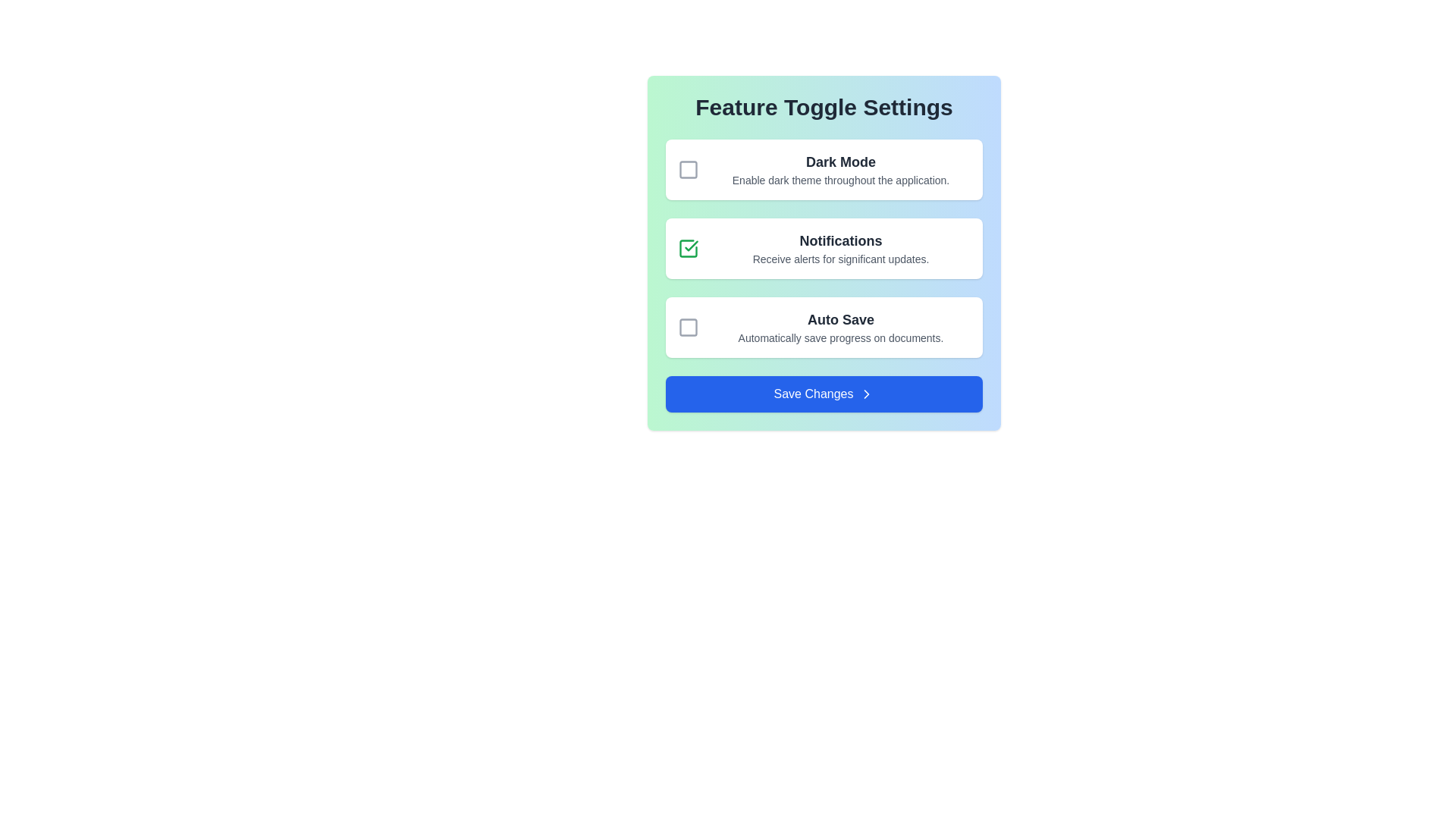 The image size is (1456, 819). I want to click on the checkboxes for the toggle options in the 'Feature Toggle Settings' panel, which includes 'Dark Mode', 'Notifications', and 'Auto Save', so click(823, 253).